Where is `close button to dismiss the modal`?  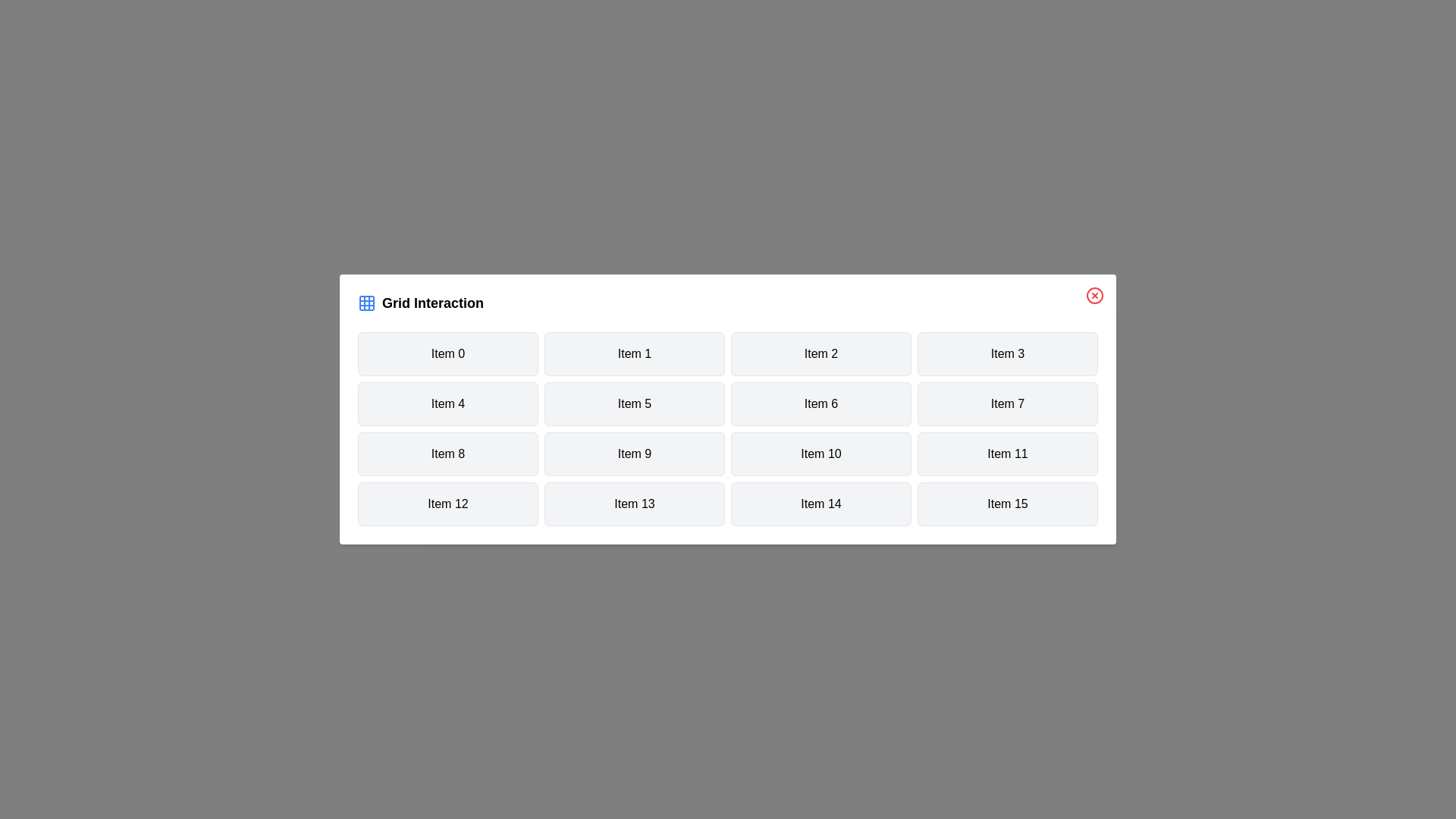 close button to dismiss the modal is located at coordinates (1095, 295).